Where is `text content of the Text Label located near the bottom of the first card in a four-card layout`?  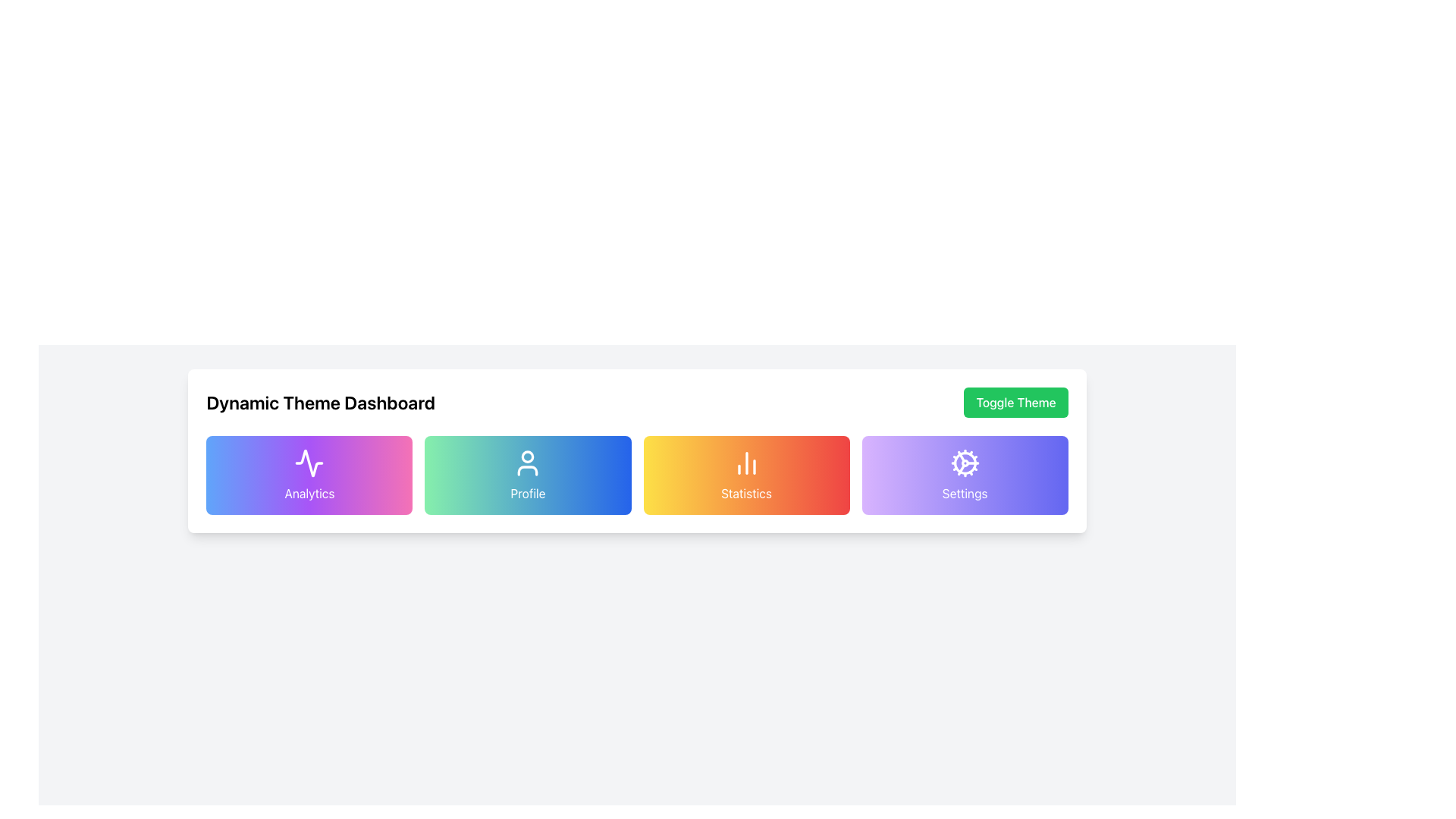
text content of the Text Label located near the bottom of the first card in a four-card layout is located at coordinates (309, 494).